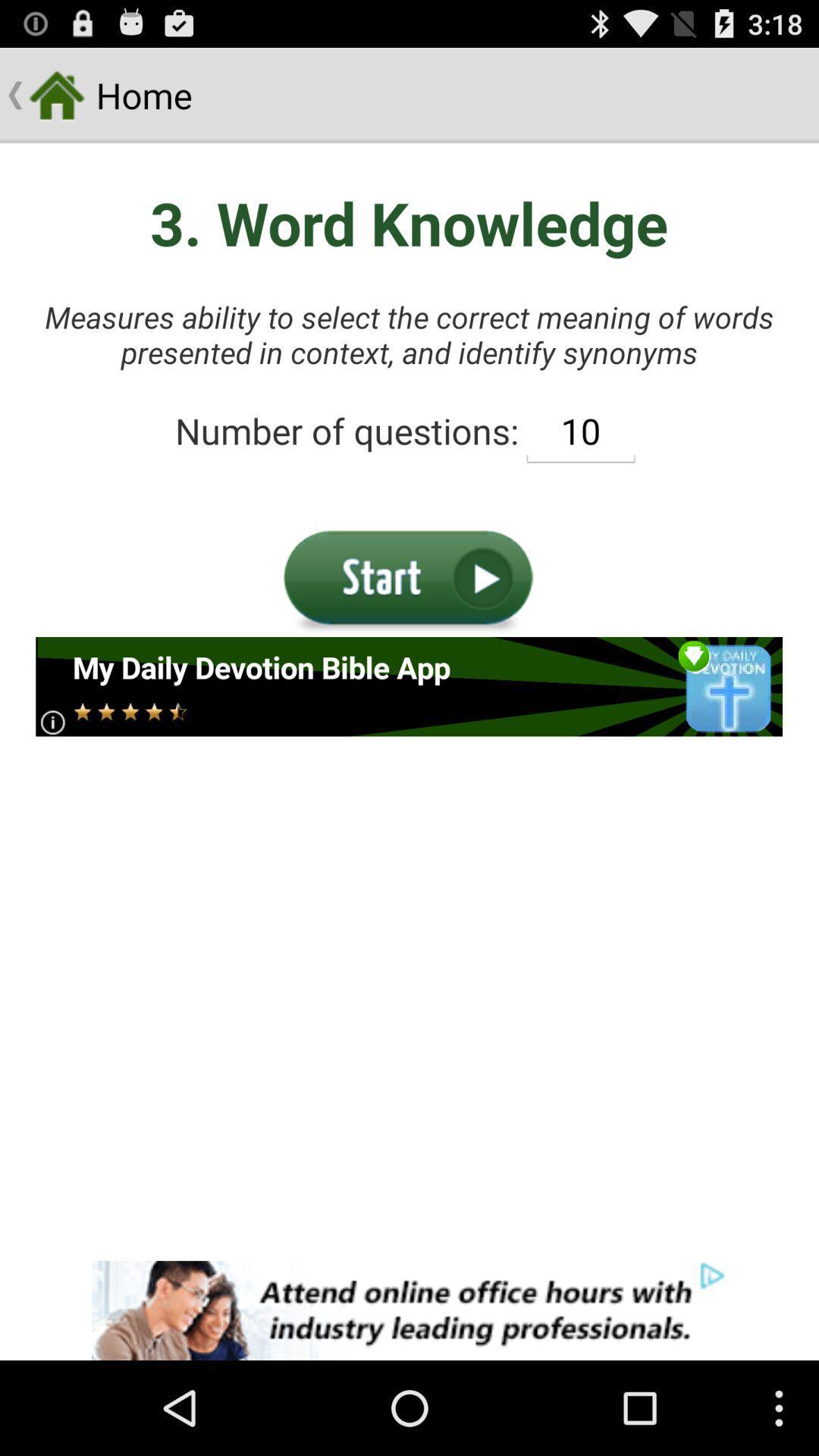 This screenshot has height=1456, width=819. I want to click on the advertisement, so click(408, 686).